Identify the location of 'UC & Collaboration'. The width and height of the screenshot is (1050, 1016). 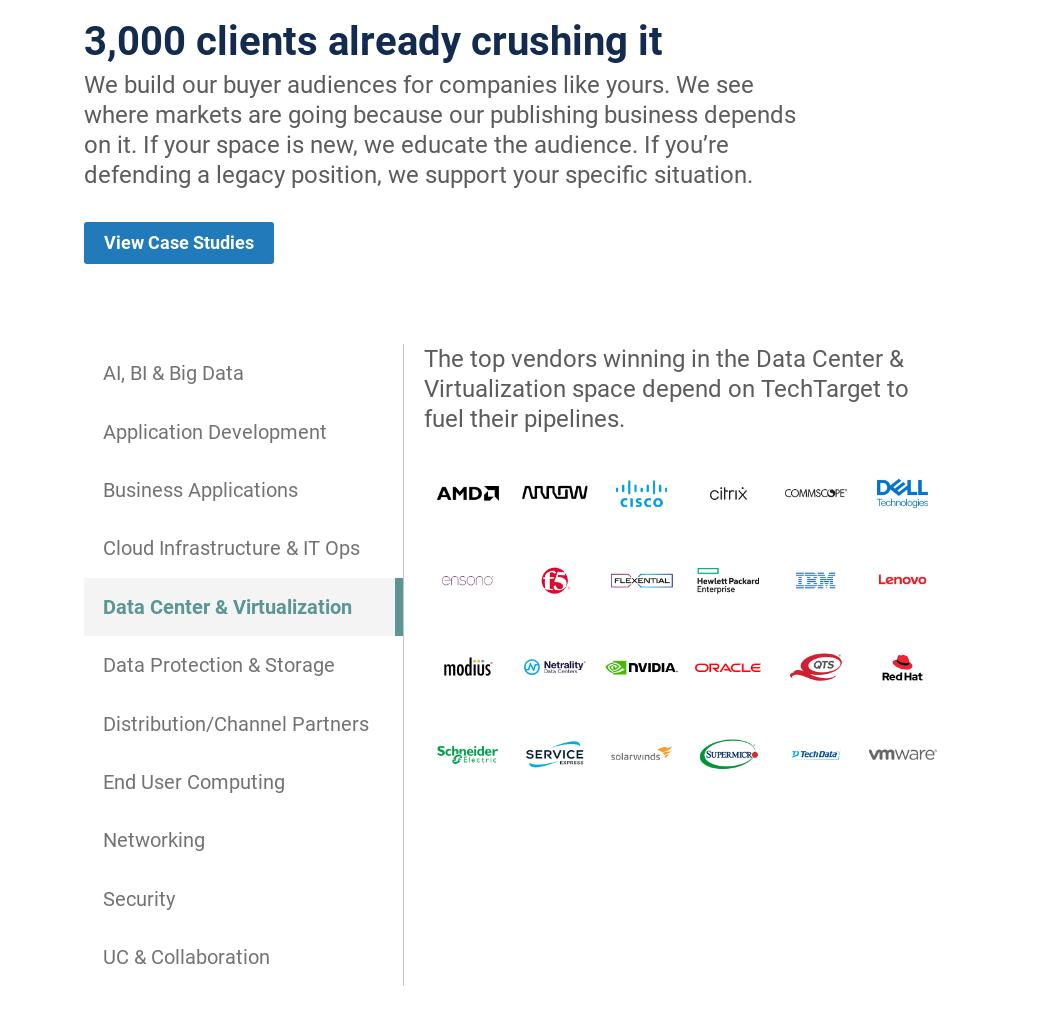
(103, 956).